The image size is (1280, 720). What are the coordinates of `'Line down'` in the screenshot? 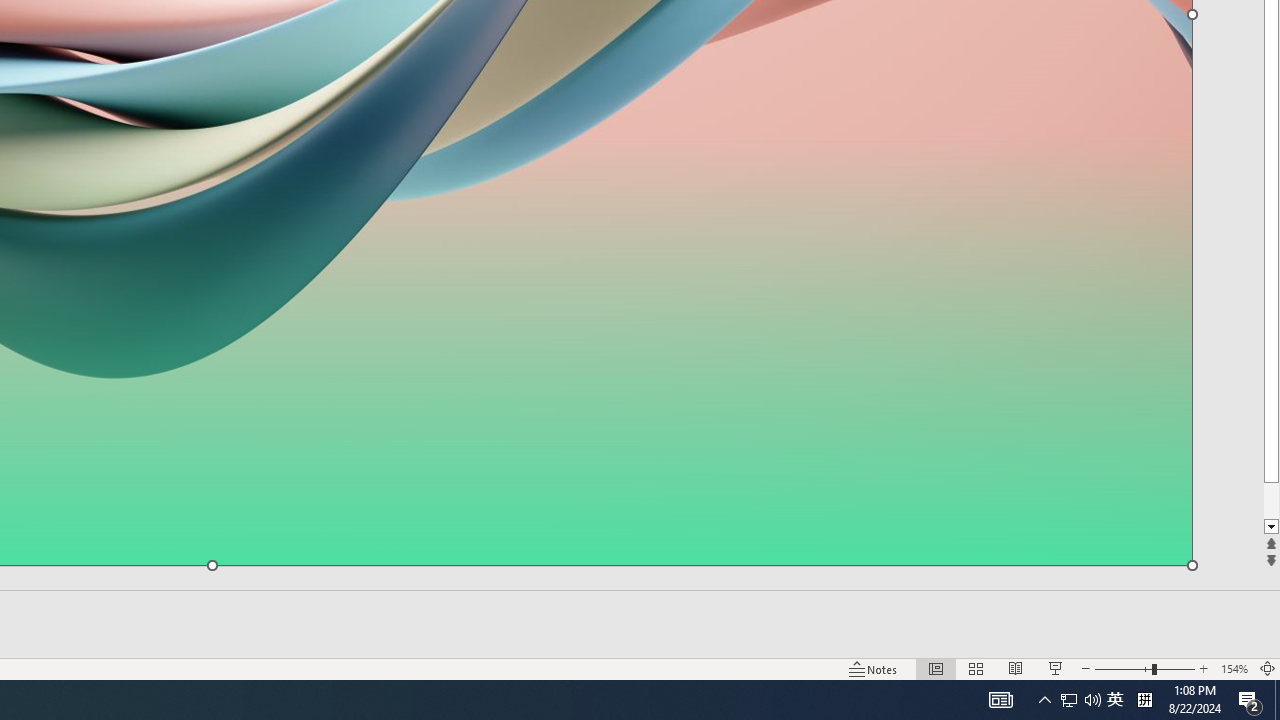 It's located at (1270, 526).